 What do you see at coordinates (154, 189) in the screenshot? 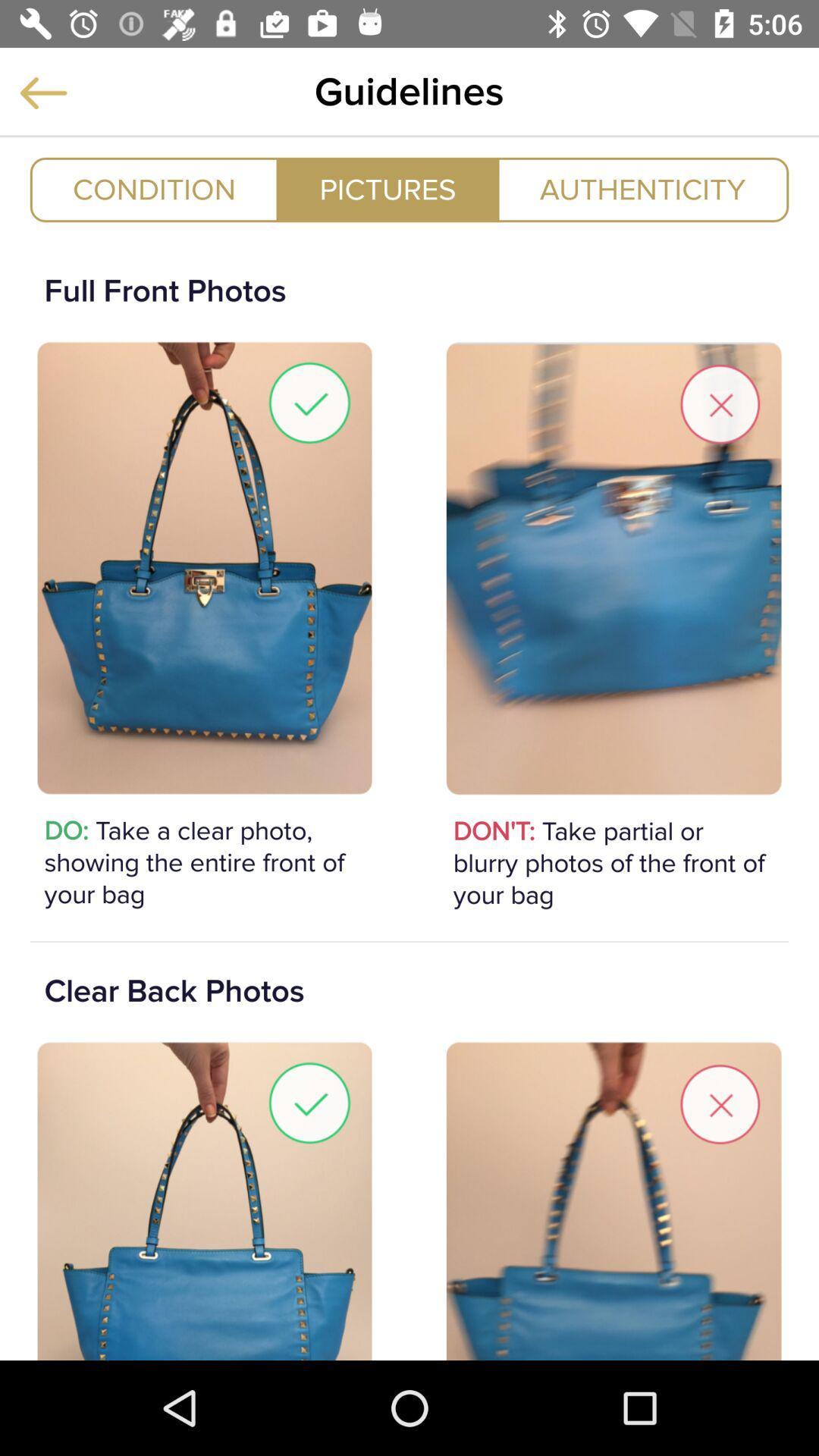
I see `icon above the full front photos item` at bounding box center [154, 189].